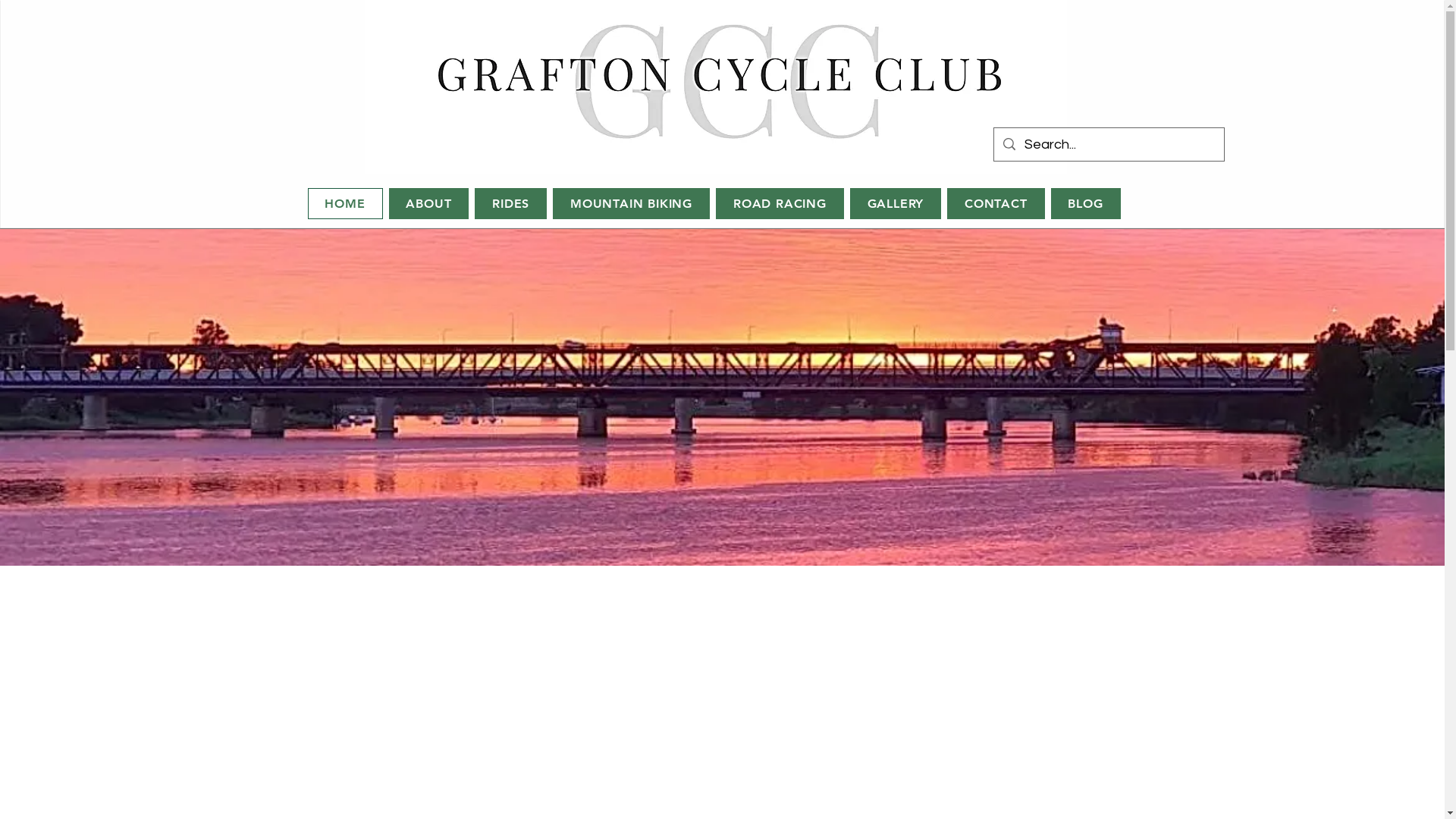  What do you see at coordinates (715, 202) in the screenshot?
I see `'ROAD RACING'` at bounding box center [715, 202].